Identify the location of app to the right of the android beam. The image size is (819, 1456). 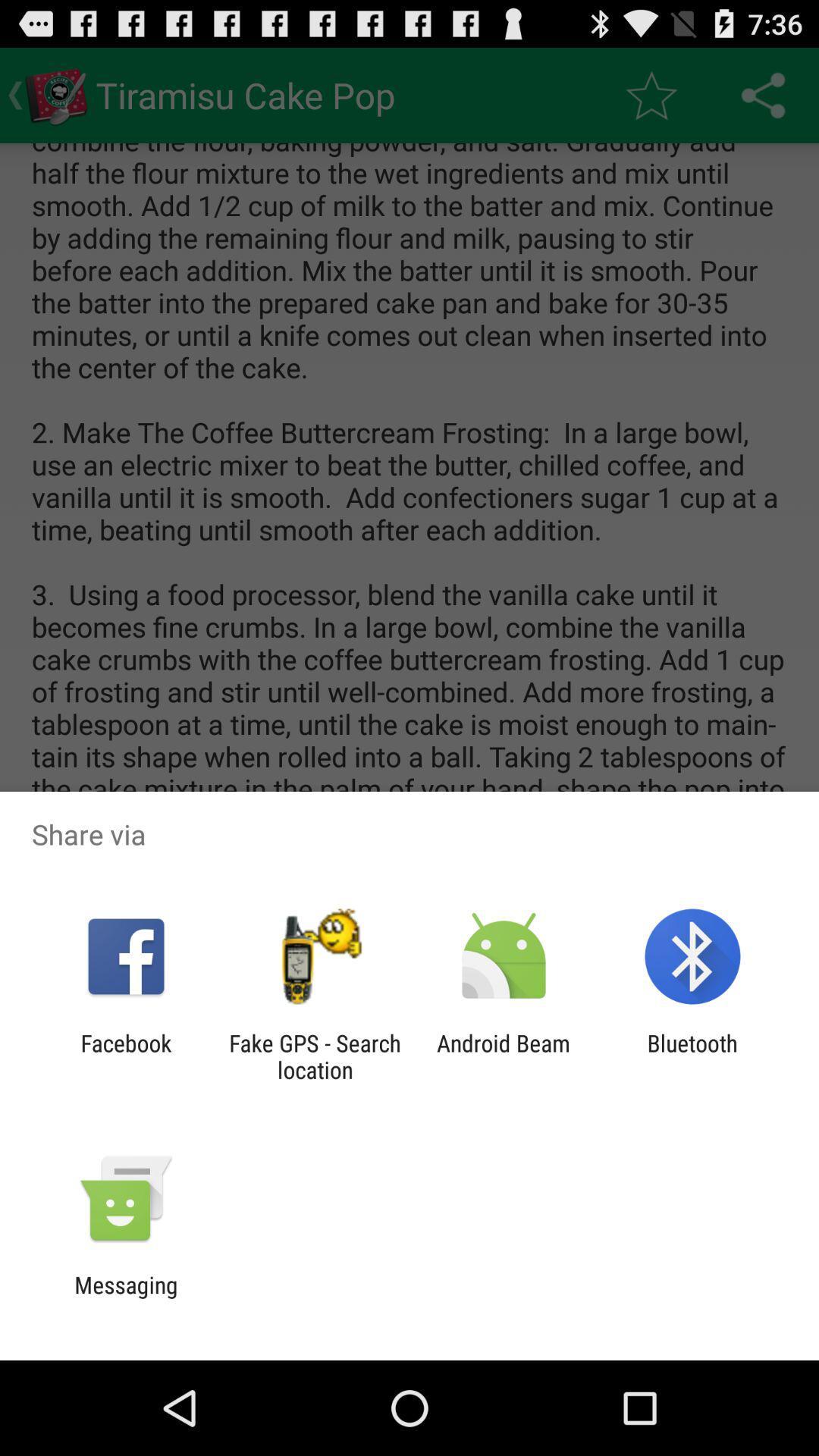
(692, 1056).